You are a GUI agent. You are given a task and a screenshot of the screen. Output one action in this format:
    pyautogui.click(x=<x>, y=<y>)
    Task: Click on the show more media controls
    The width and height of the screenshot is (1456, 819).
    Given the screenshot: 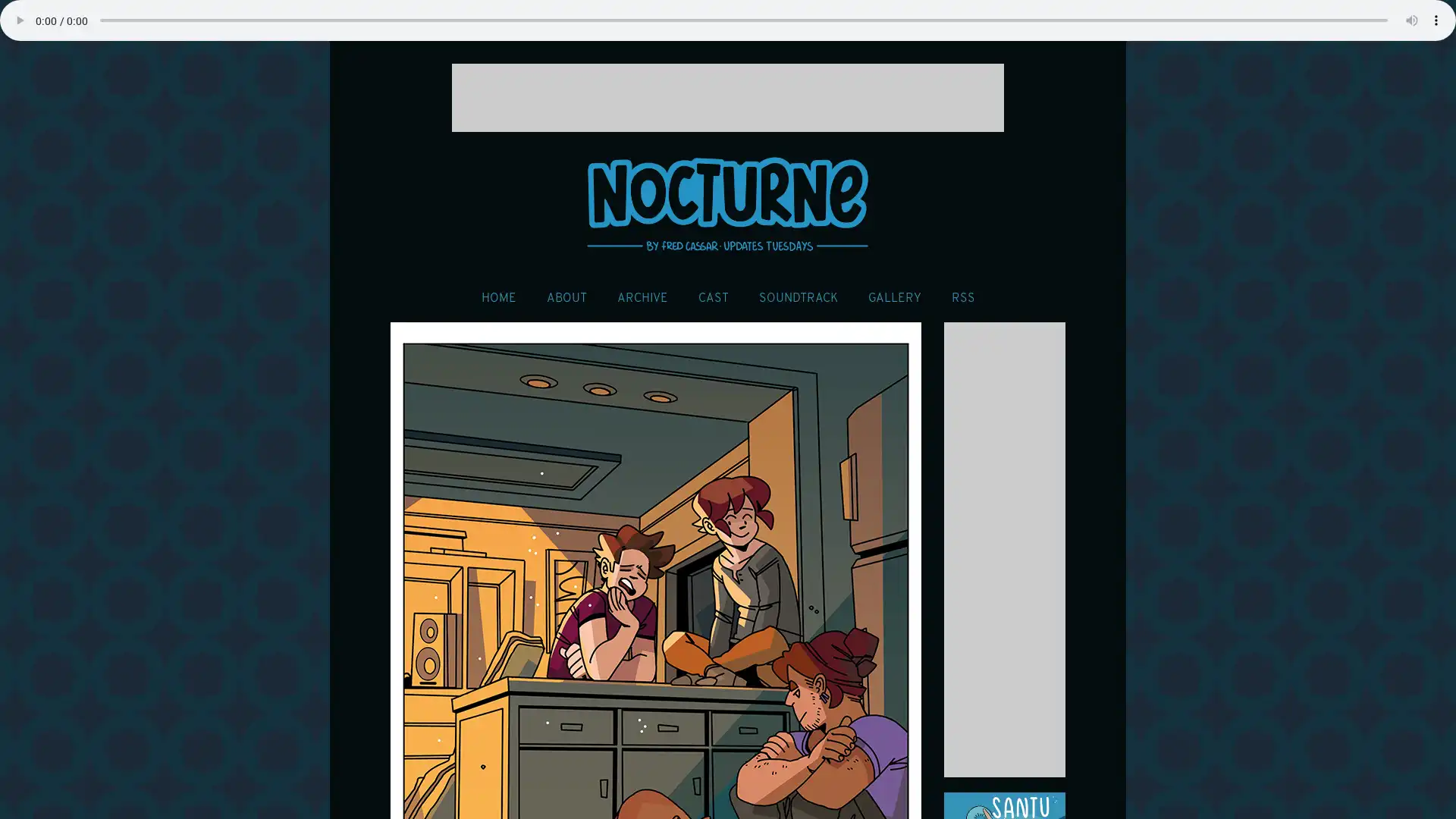 What is the action you would take?
    pyautogui.click(x=1436, y=20)
    